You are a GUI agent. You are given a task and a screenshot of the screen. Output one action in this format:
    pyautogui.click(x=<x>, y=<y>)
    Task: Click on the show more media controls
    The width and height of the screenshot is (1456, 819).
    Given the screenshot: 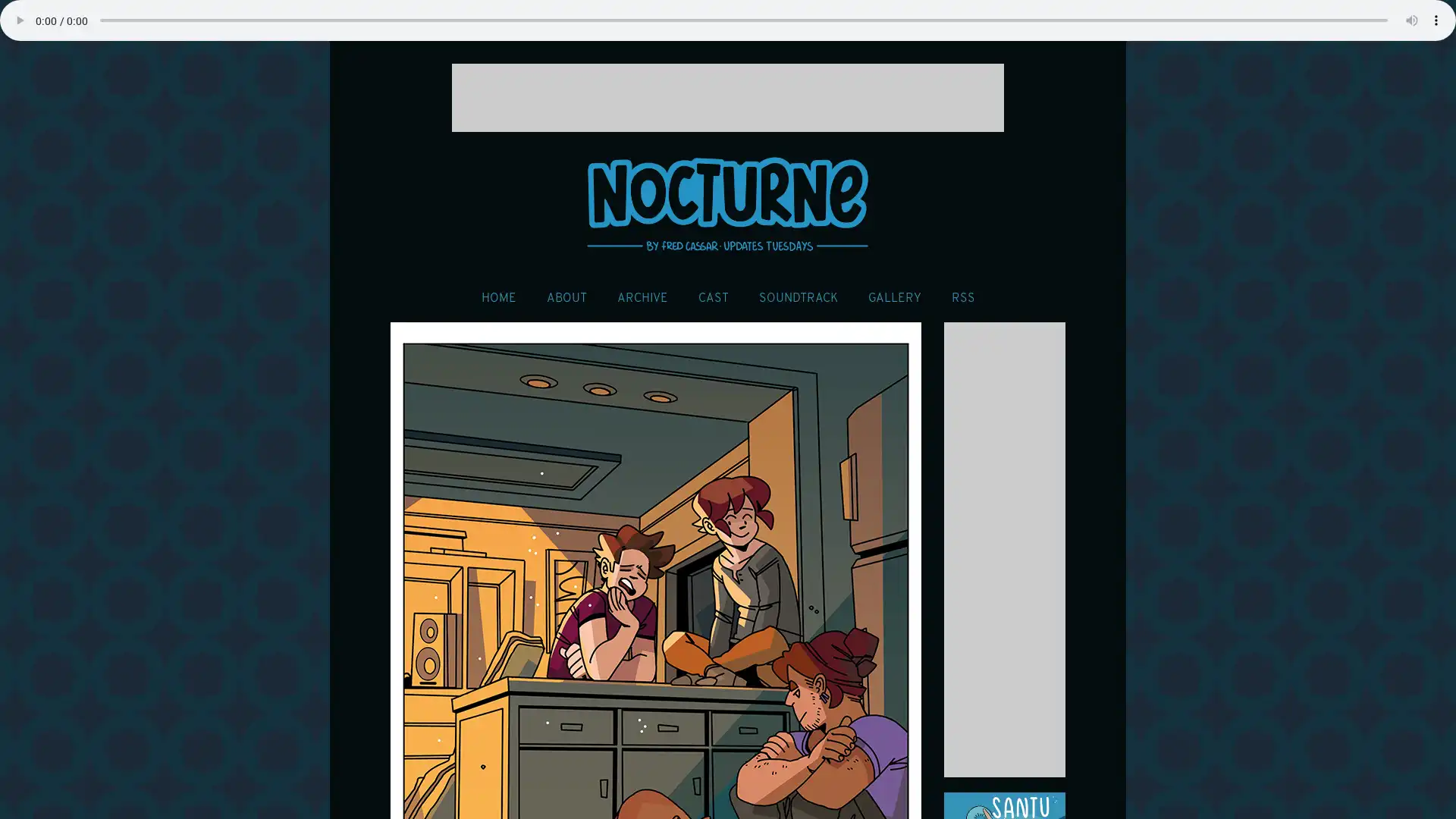 What is the action you would take?
    pyautogui.click(x=1436, y=20)
    